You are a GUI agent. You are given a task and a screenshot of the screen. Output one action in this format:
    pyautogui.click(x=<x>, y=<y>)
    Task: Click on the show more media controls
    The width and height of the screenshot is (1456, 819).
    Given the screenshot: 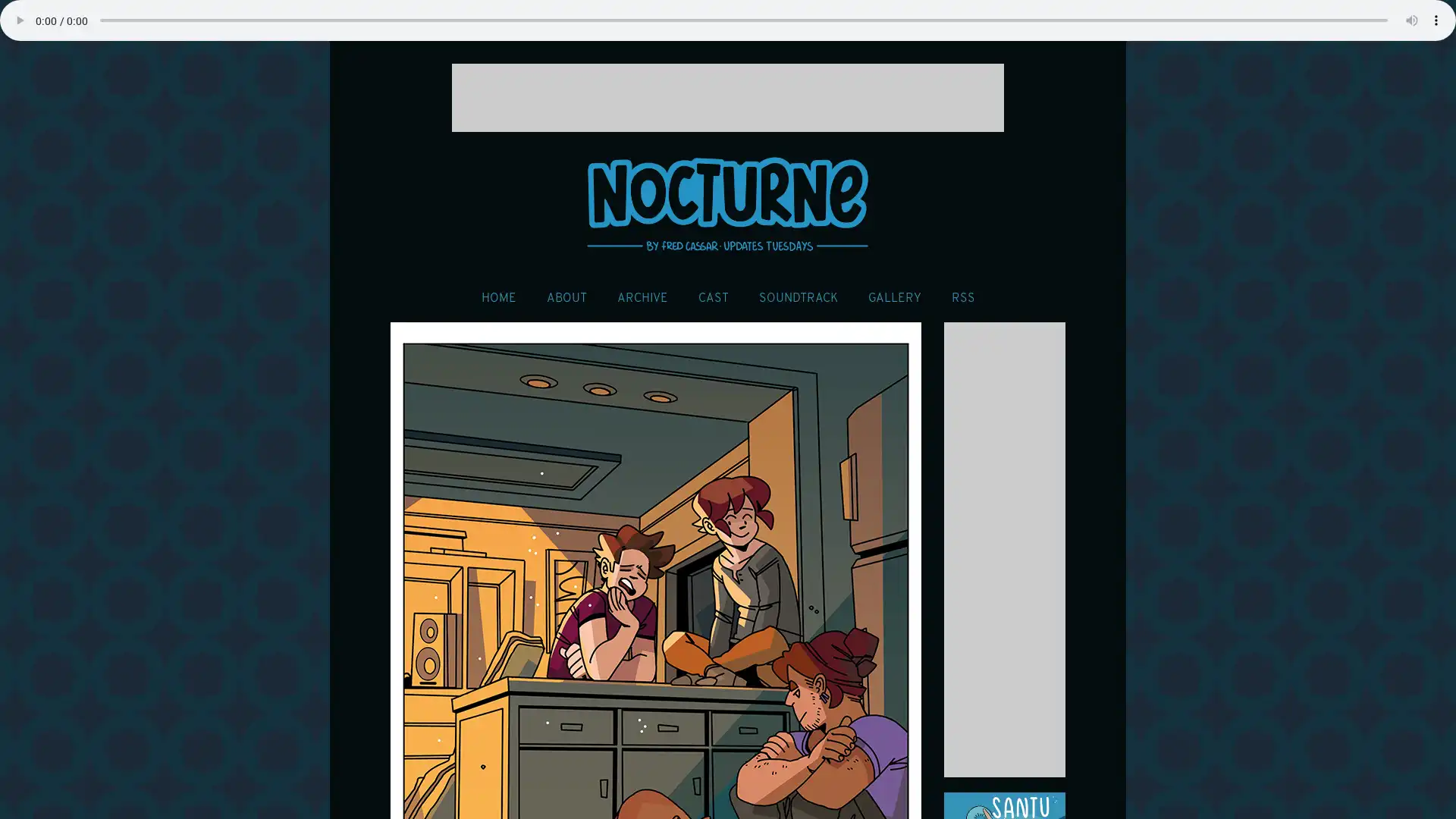 What is the action you would take?
    pyautogui.click(x=1436, y=20)
    